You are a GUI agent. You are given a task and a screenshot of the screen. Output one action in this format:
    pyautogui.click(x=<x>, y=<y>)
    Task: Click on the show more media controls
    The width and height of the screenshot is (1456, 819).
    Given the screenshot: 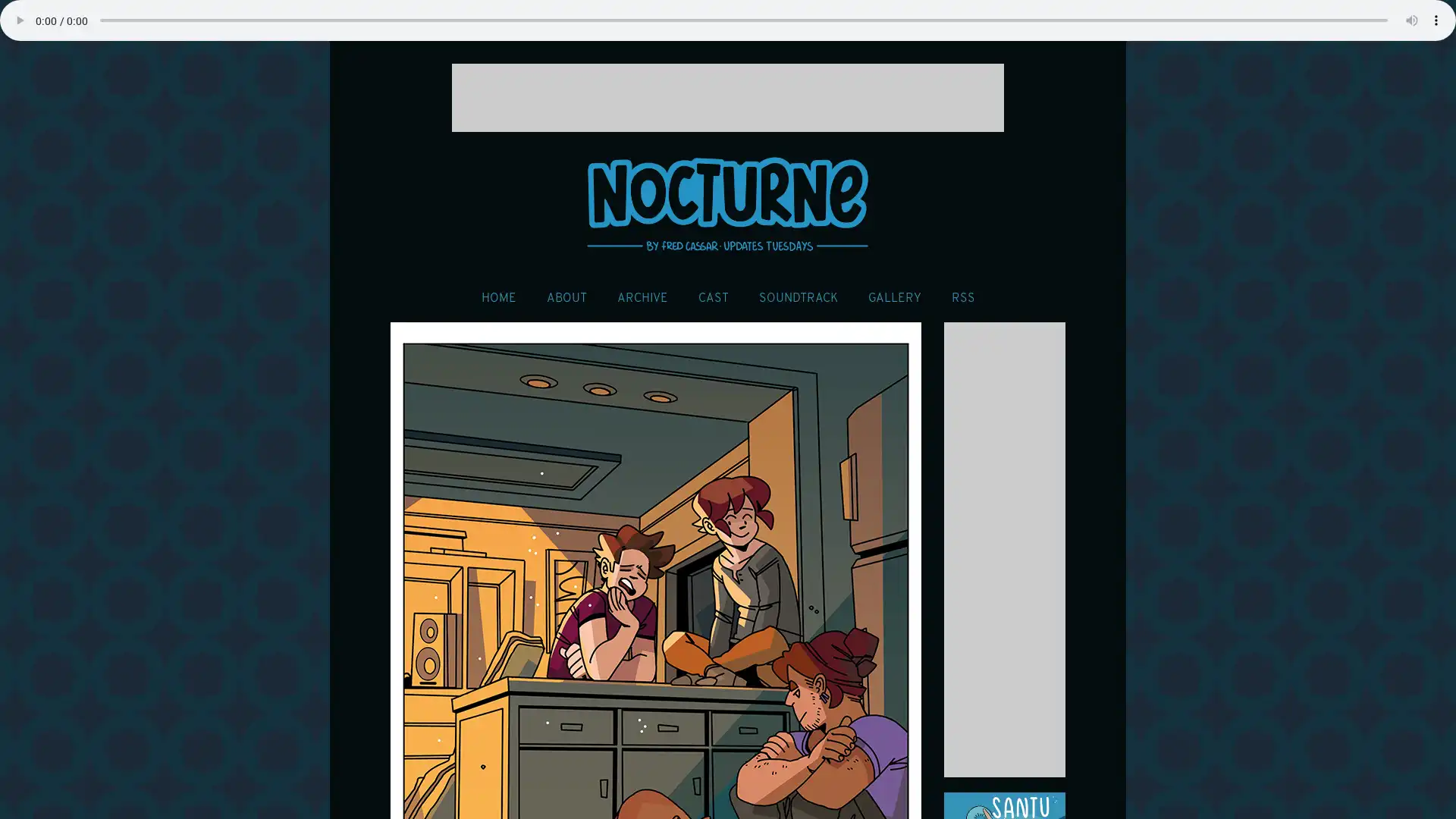 What is the action you would take?
    pyautogui.click(x=1436, y=20)
    